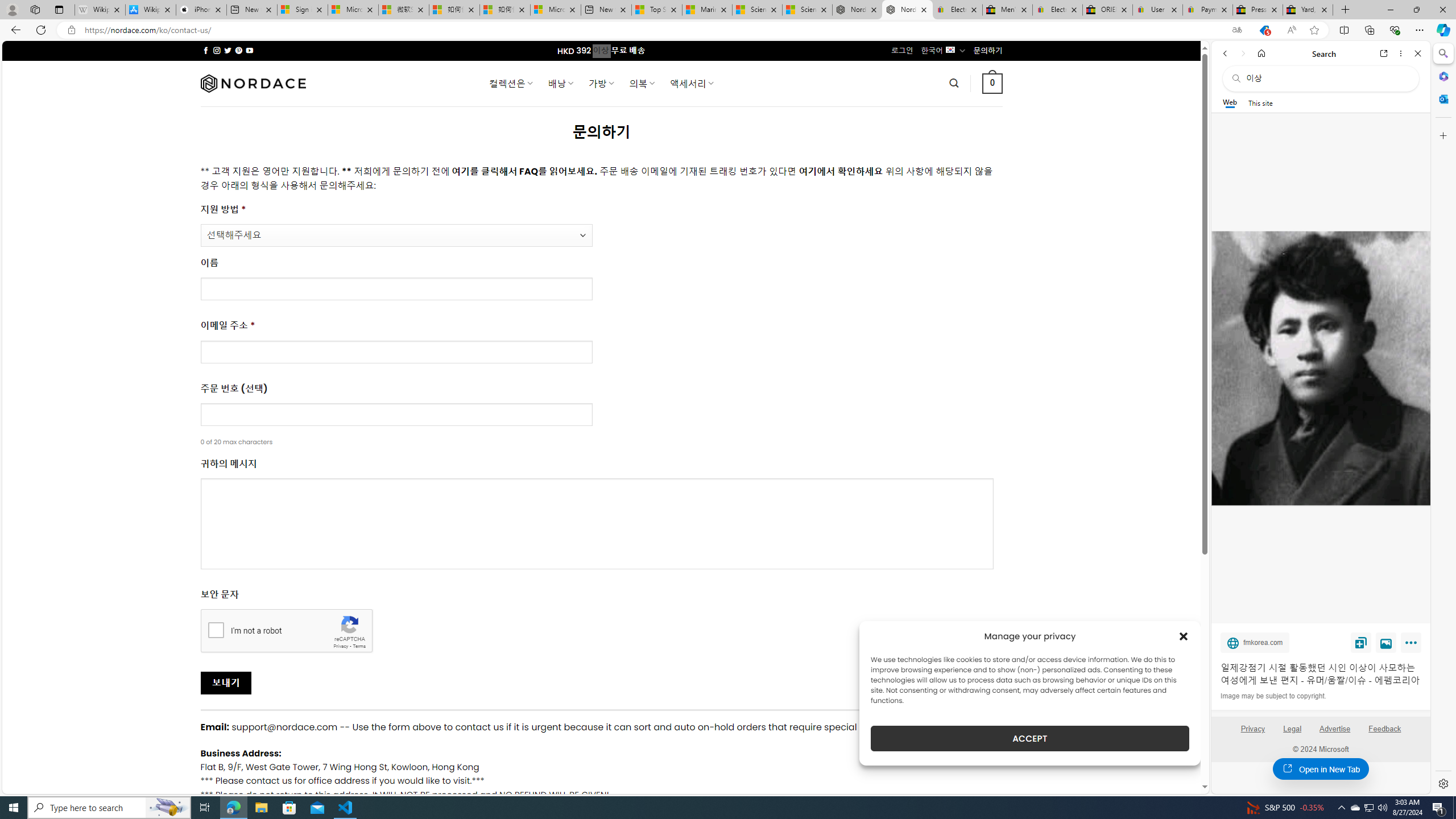 The width and height of the screenshot is (1456, 819). What do you see at coordinates (250, 50) in the screenshot?
I see `'Follow on YouTube'` at bounding box center [250, 50].